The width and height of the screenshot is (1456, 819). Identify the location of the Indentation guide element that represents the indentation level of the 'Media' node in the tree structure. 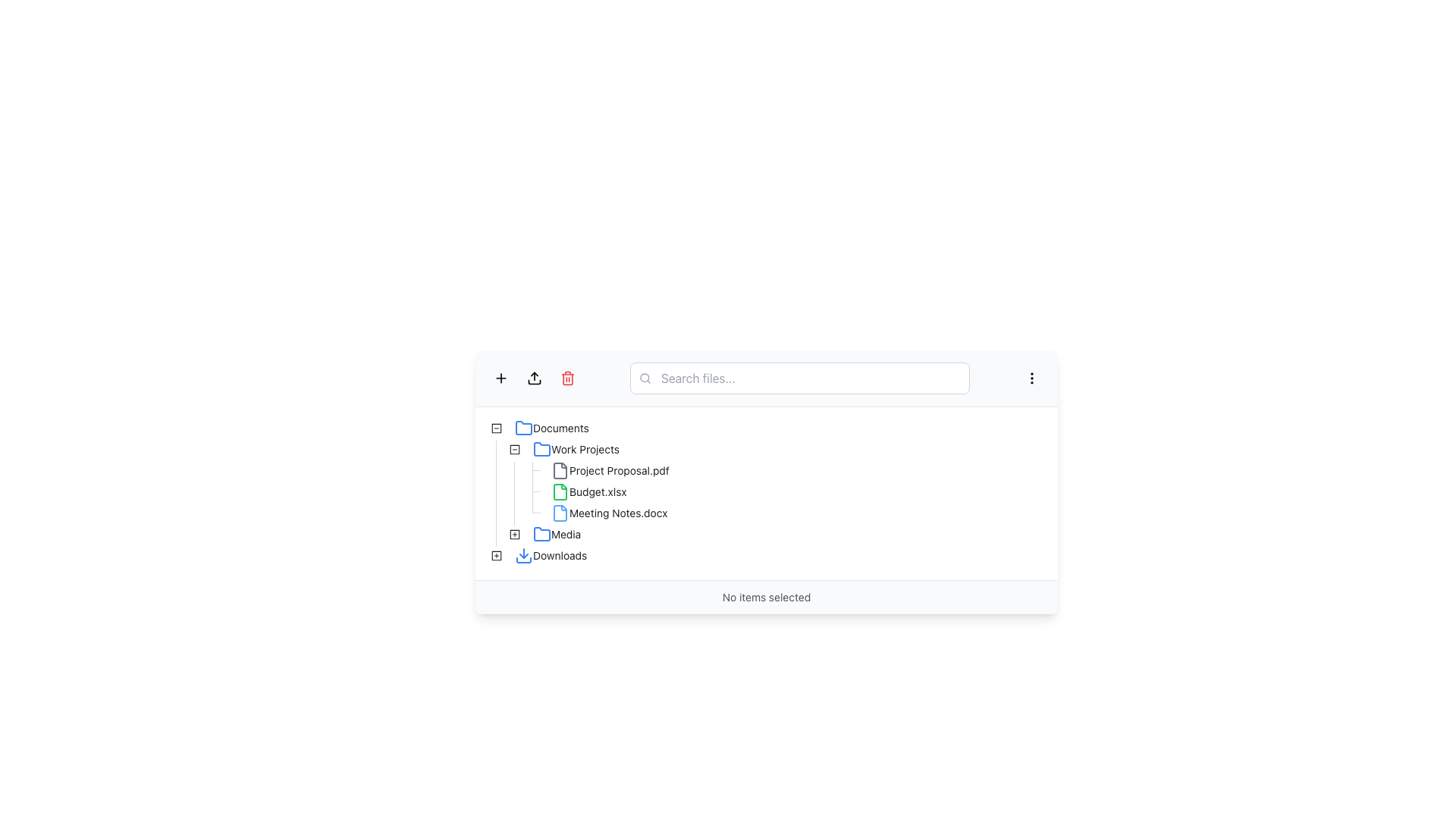
(496, 534).